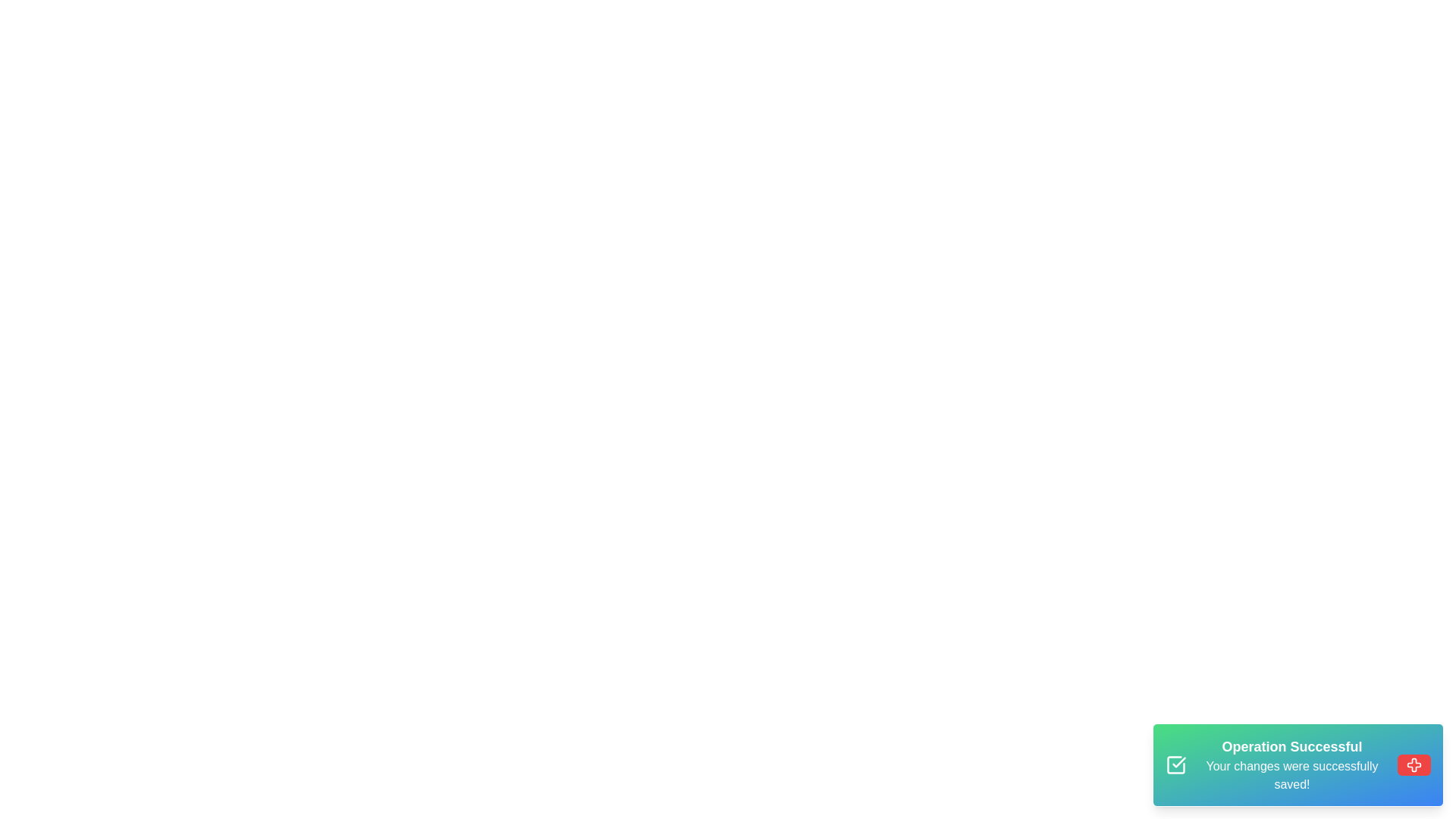 The image size is (1456, 819). I want to click on the close button to dismiss the notification, so click(1414, 765).